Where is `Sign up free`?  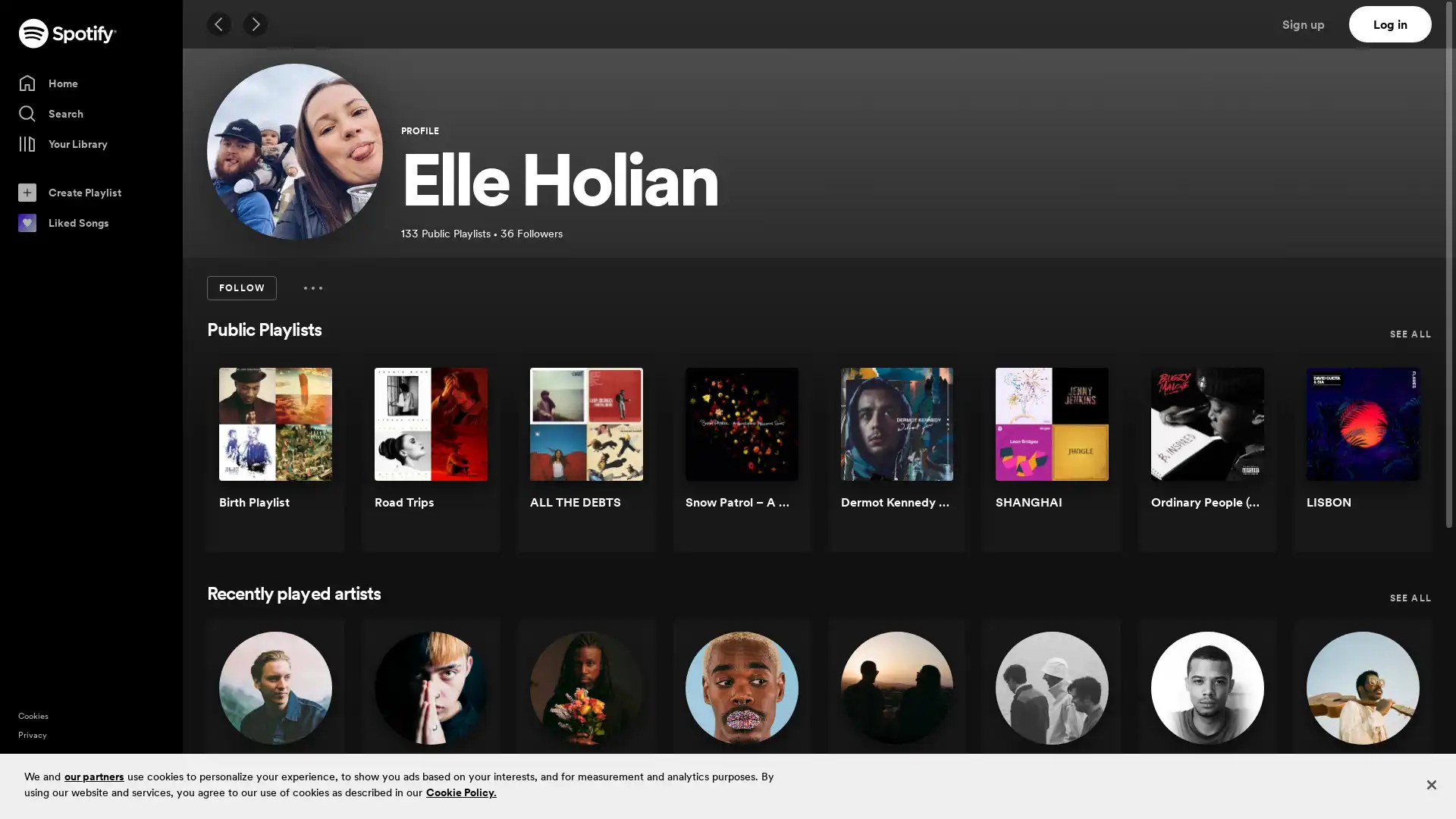
Sign up free is located at coordinates (1379, 795).